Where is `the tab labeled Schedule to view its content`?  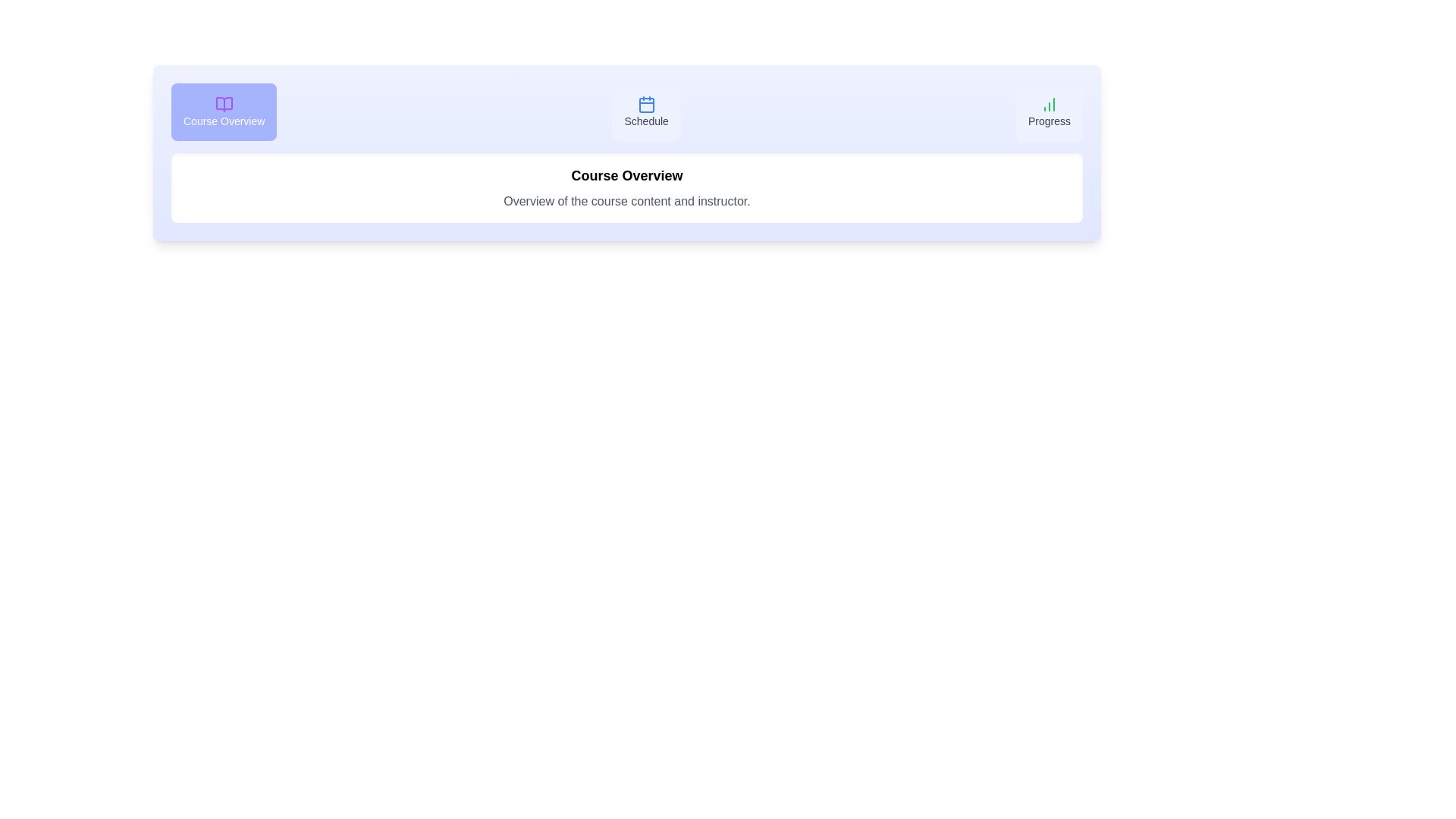 the tab labeled Schedule to view its content is located at coordinates (646, 111).